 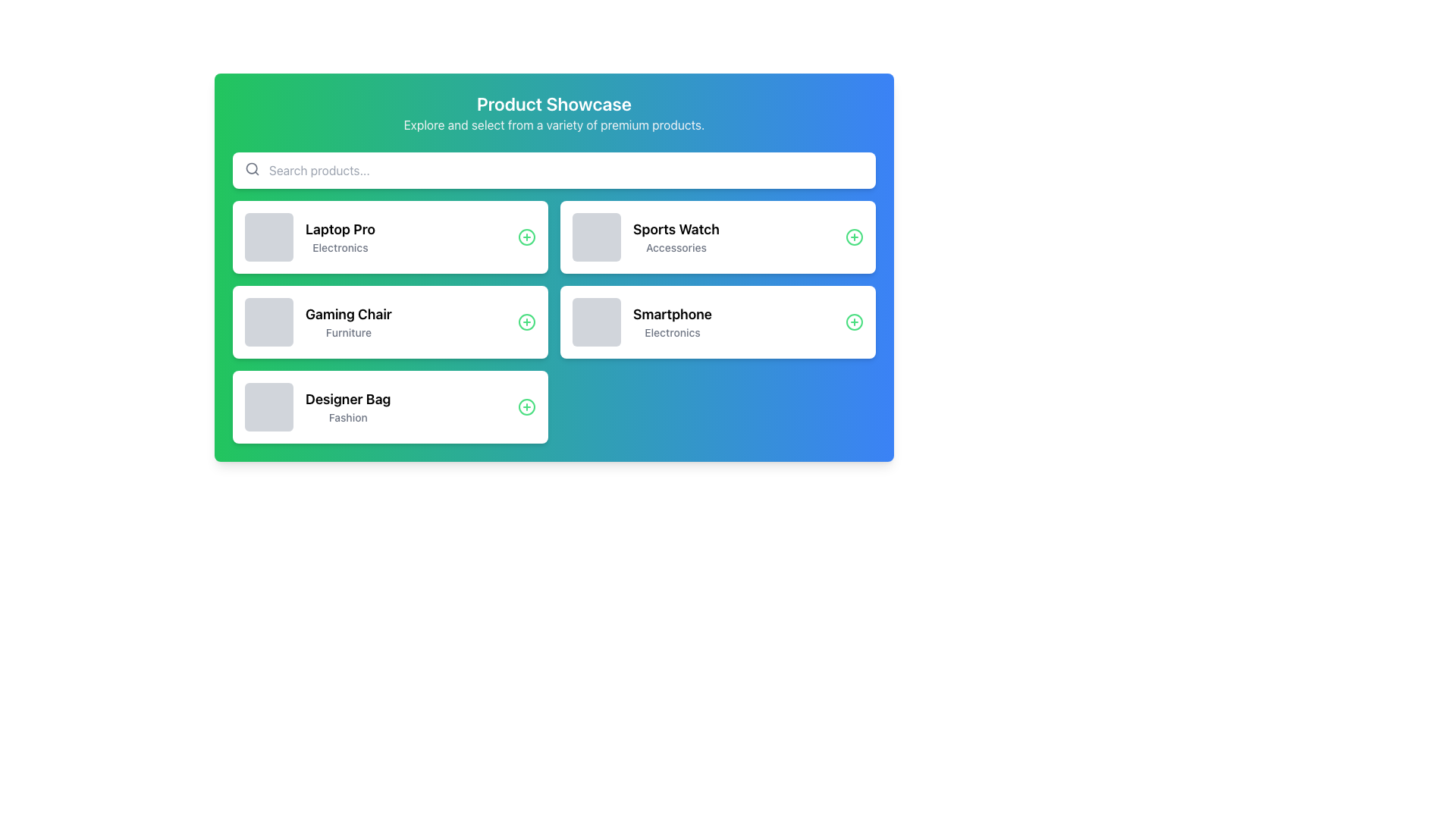 What do you see at coordinates (339, 230) in the screenshot?
I see `the 'Laptop Pro' text label` at bounding box center [339, 230].